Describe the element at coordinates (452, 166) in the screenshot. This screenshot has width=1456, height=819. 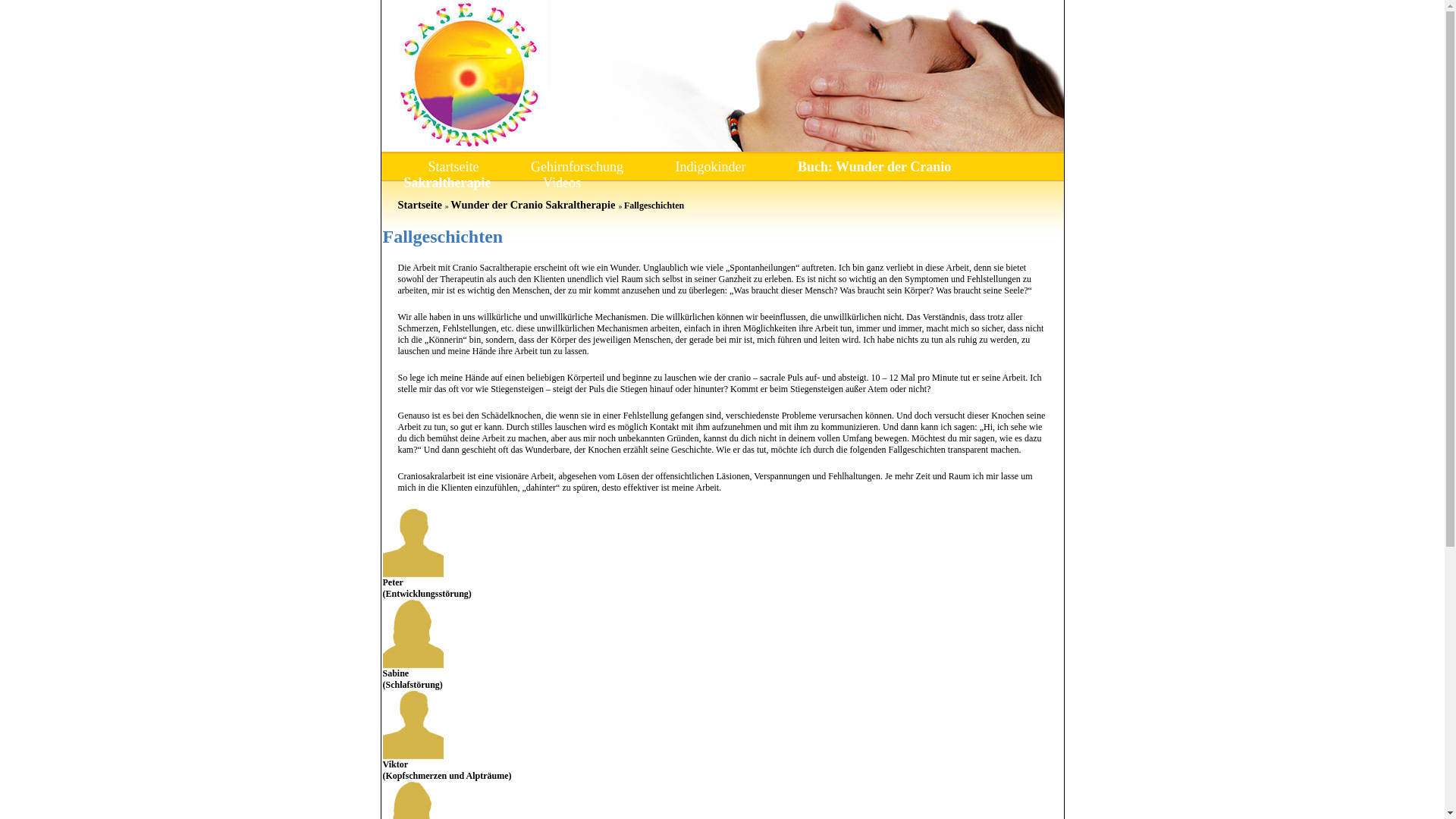
I see `'Startseite'` at that location.